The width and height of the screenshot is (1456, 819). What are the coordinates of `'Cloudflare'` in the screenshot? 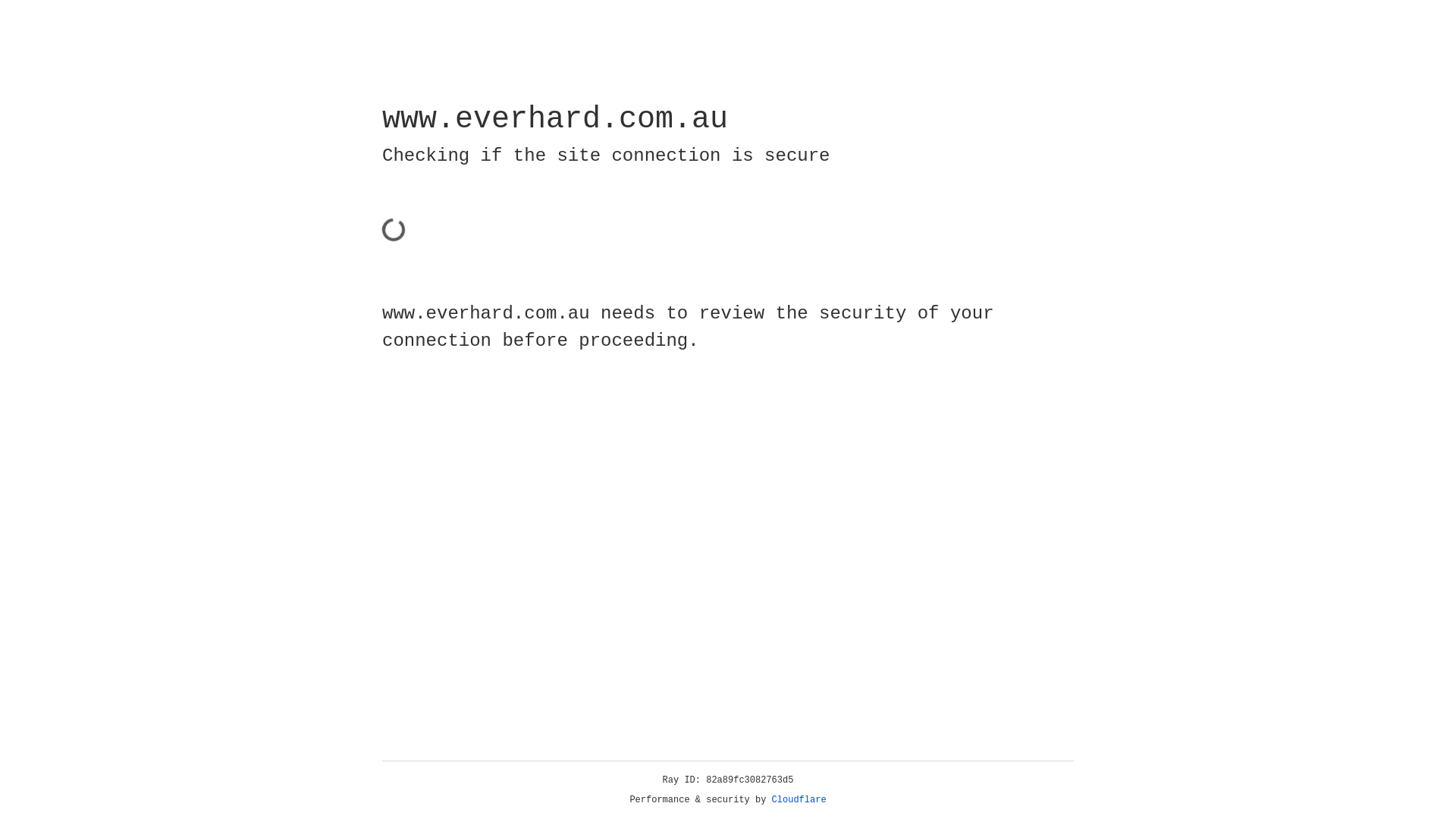 It's located at (771, 799).